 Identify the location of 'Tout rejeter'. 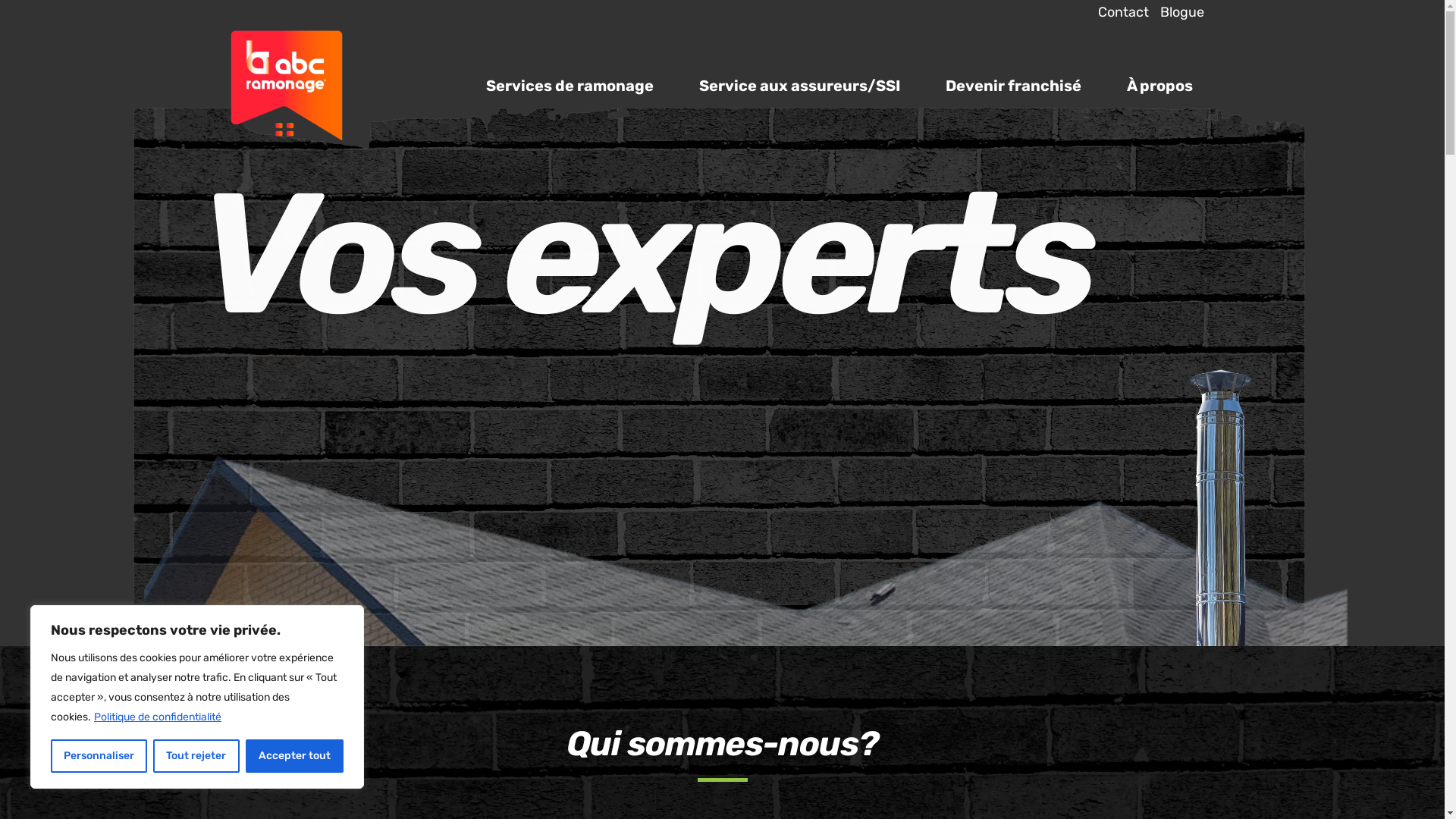
(152, 755).